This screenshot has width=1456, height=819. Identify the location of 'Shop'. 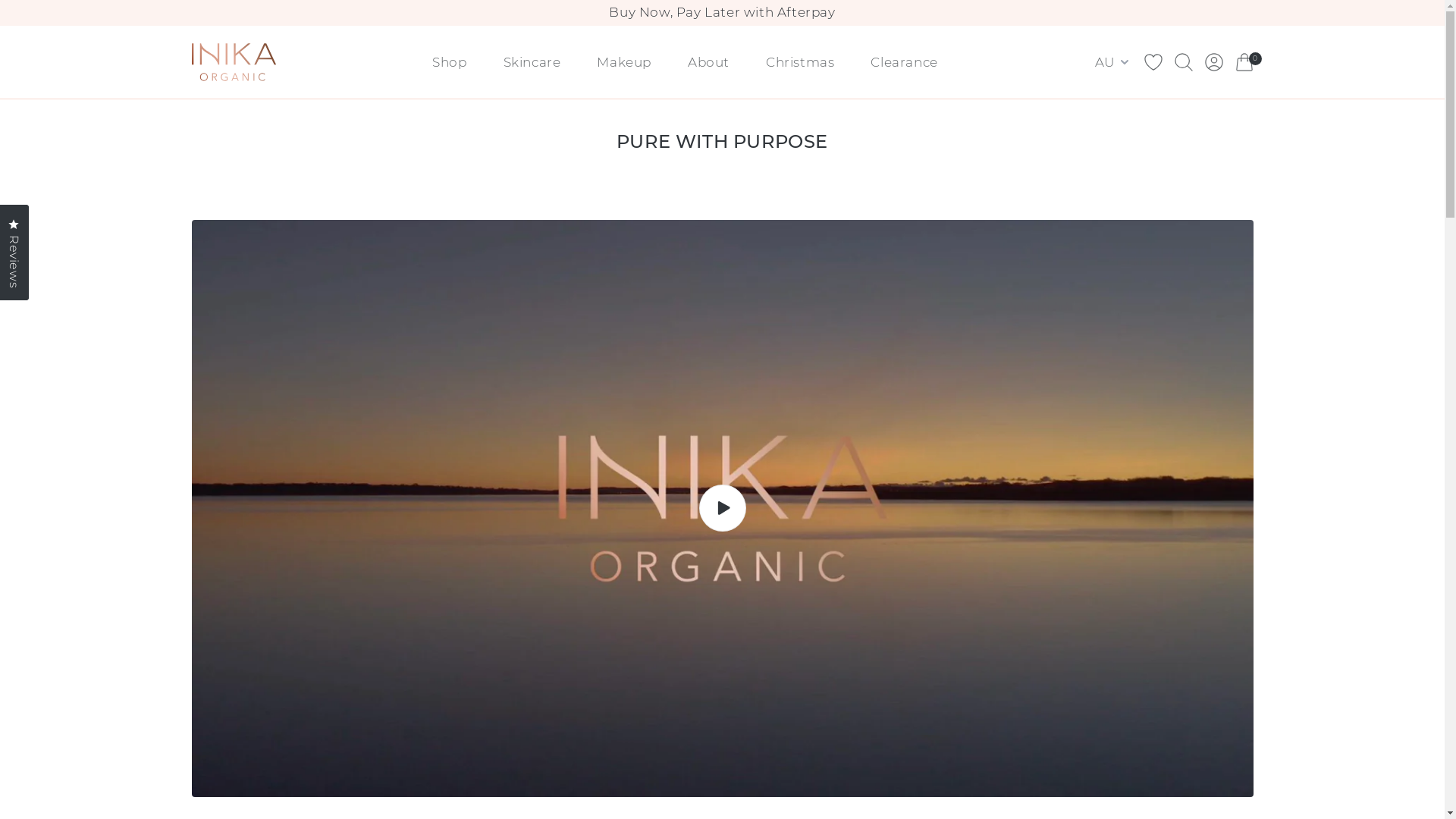
(431, 61).